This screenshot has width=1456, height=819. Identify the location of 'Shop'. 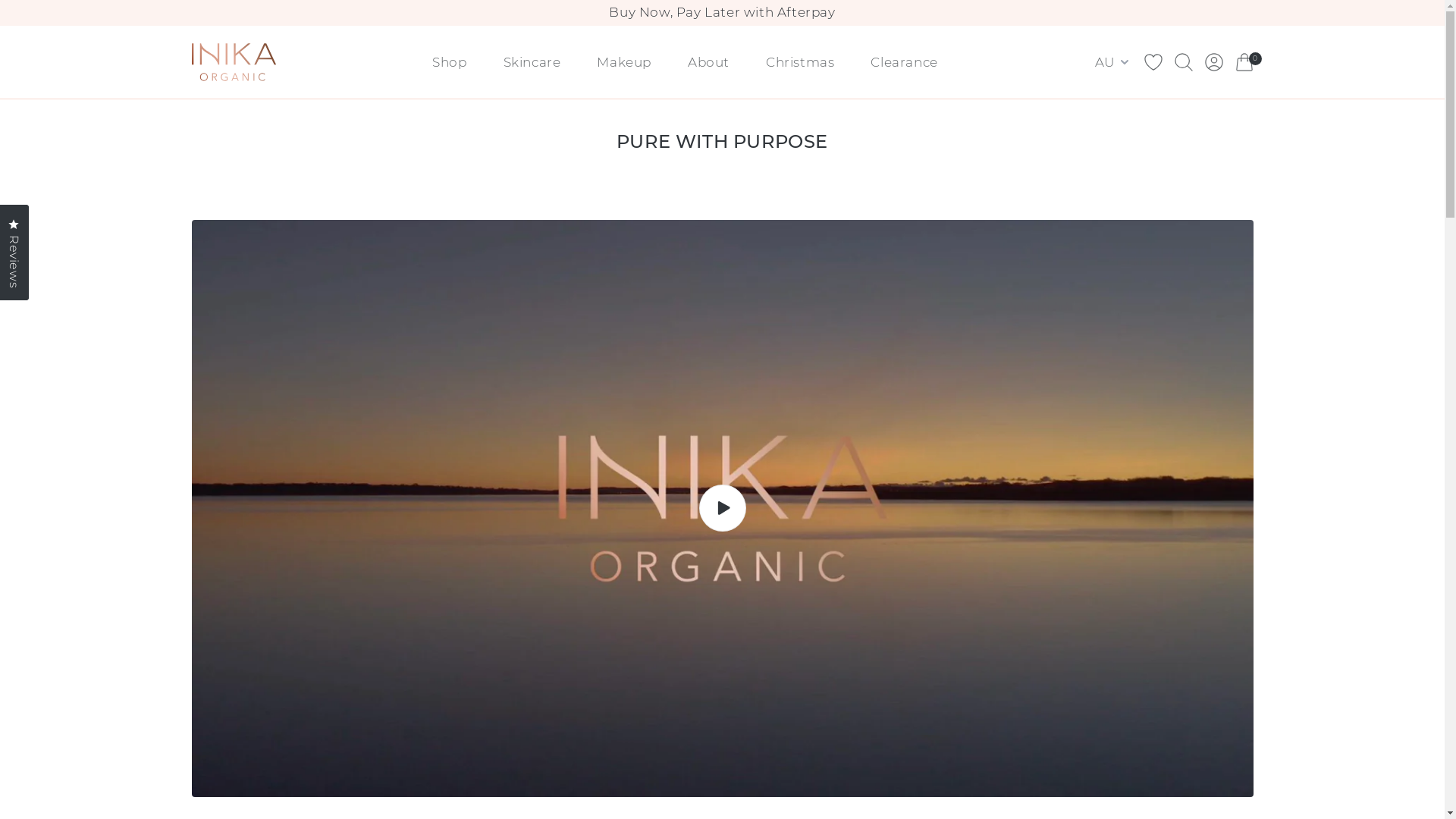
(431, 61).